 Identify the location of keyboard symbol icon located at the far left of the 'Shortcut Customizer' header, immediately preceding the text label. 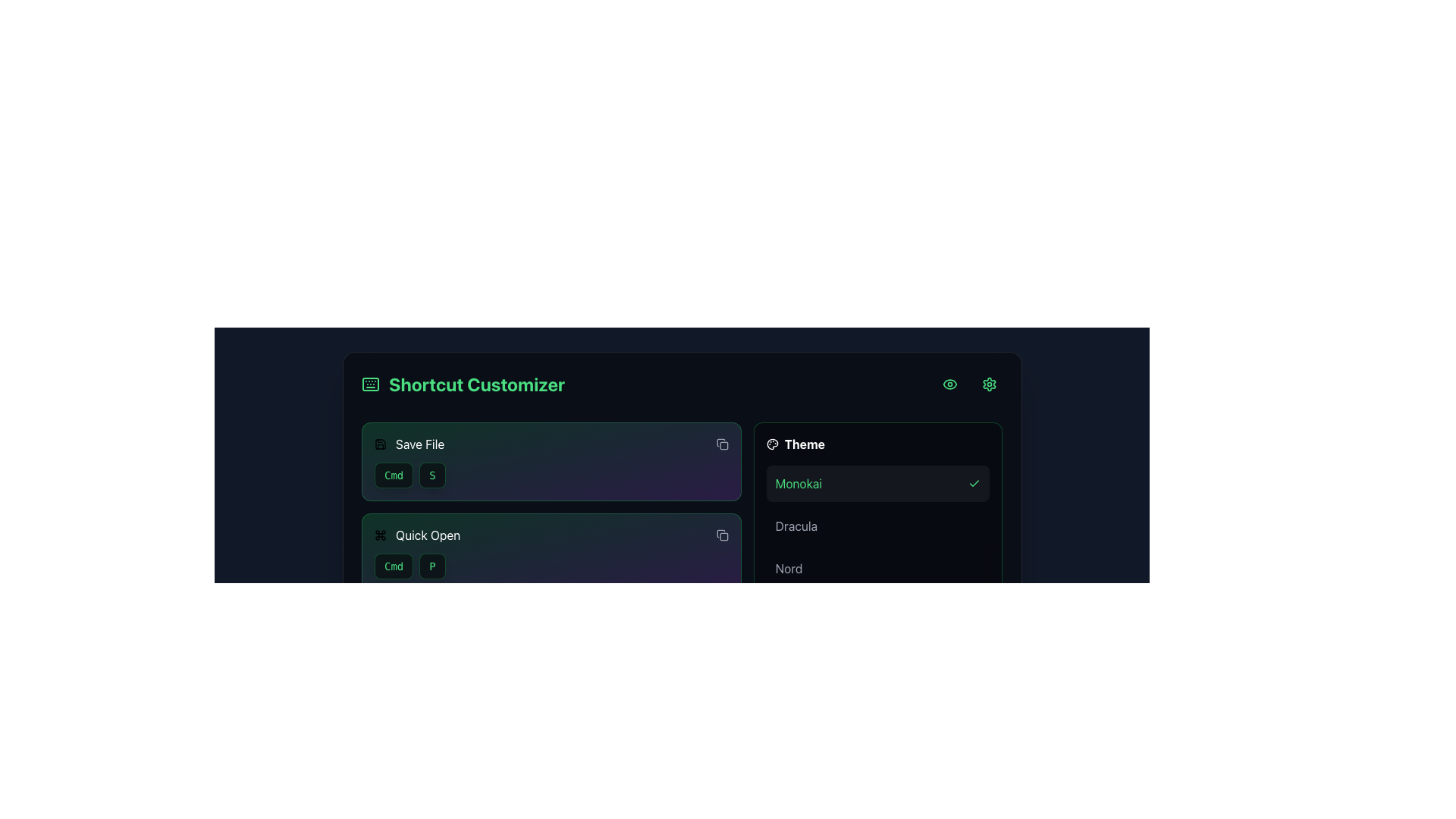
(370, 383).